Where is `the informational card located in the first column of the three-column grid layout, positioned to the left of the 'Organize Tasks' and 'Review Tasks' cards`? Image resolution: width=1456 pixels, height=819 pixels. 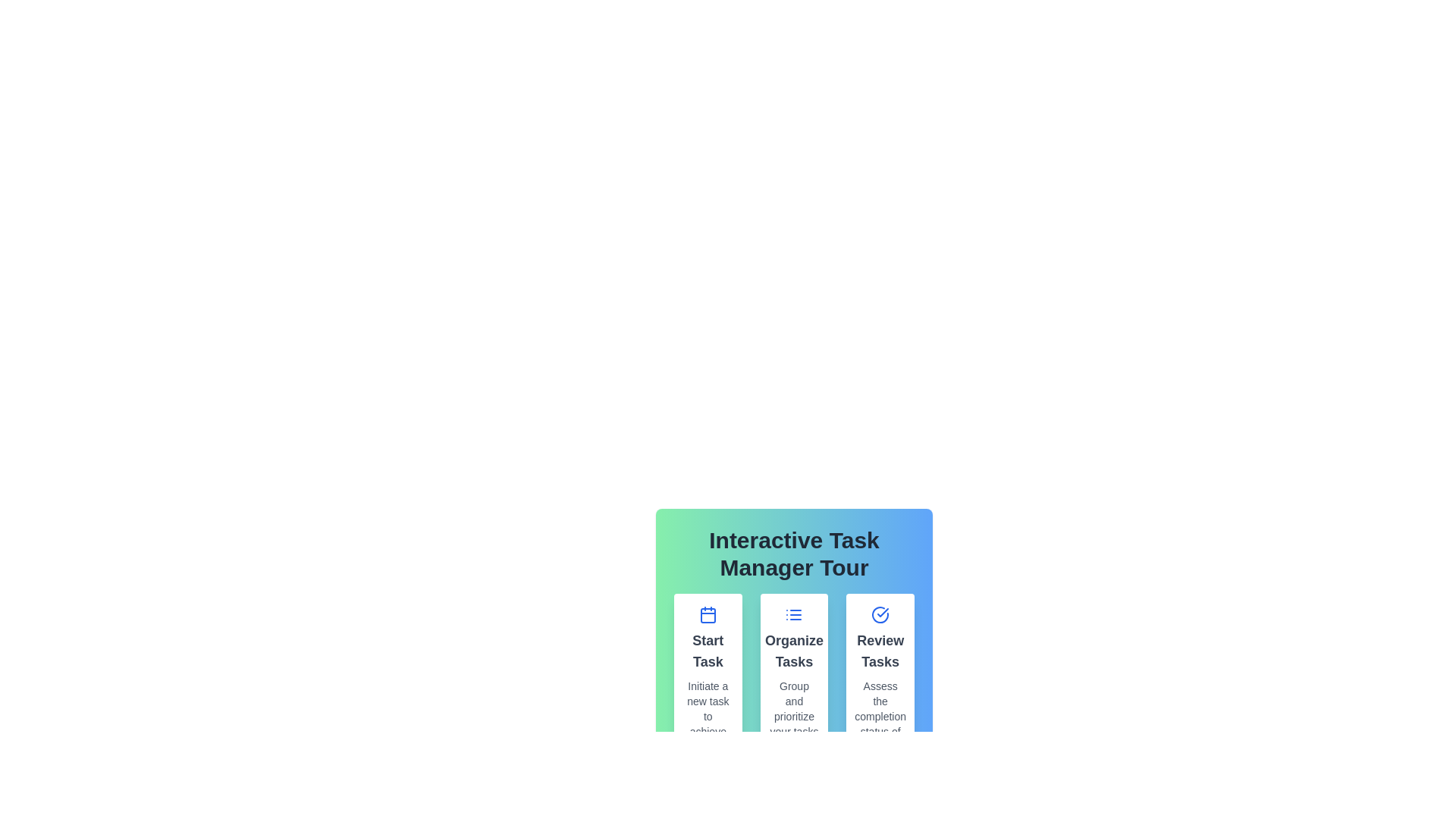
the informational card located in the first column of the three-column grid layout, positioned to the left of the 'Organize Tasks' and 'Review Tasks' cards is located at coordinates (707, 687).